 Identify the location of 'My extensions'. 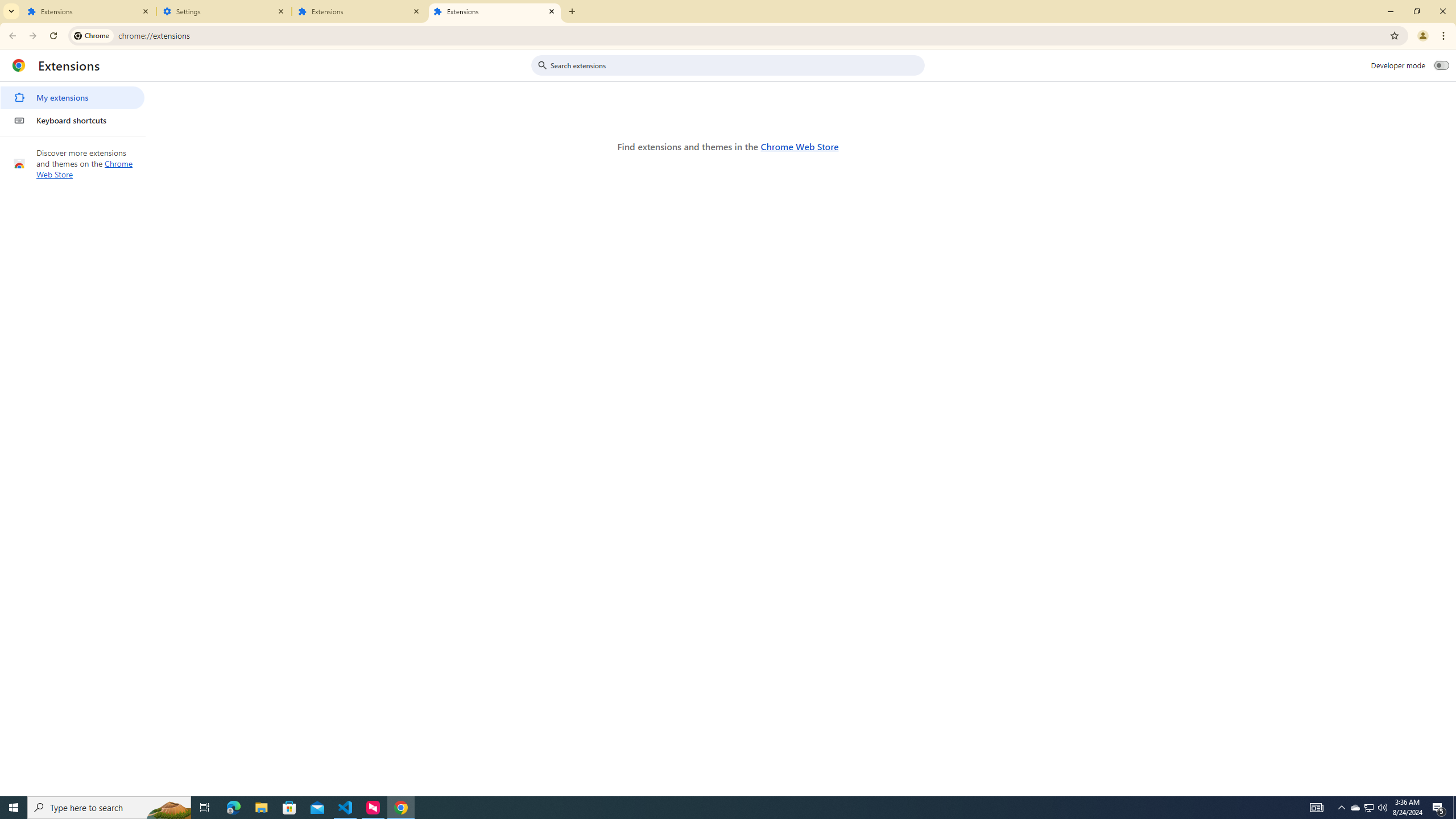
(72, 98).